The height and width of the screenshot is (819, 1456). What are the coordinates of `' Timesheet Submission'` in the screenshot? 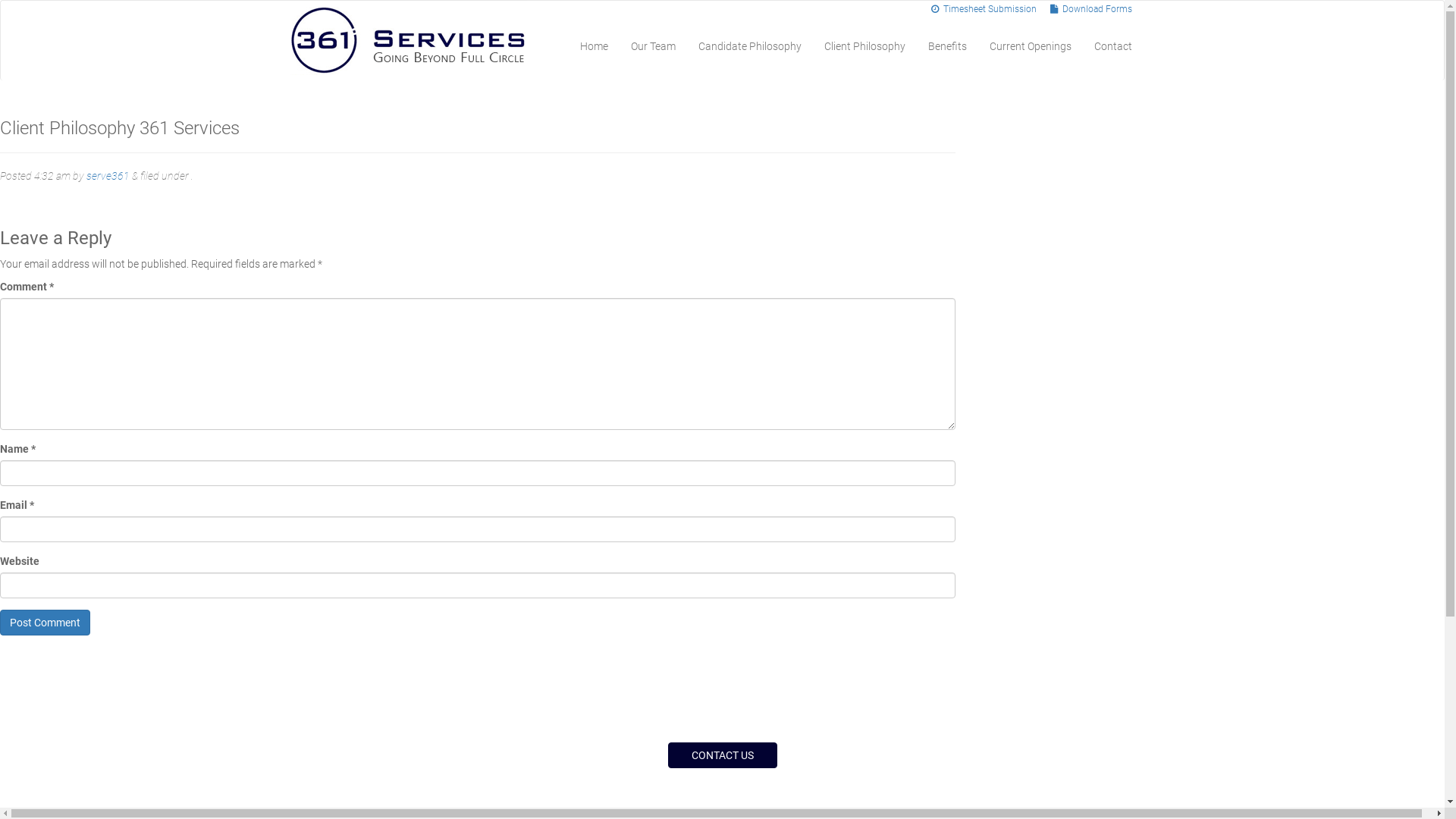 It's located at (990, 8).